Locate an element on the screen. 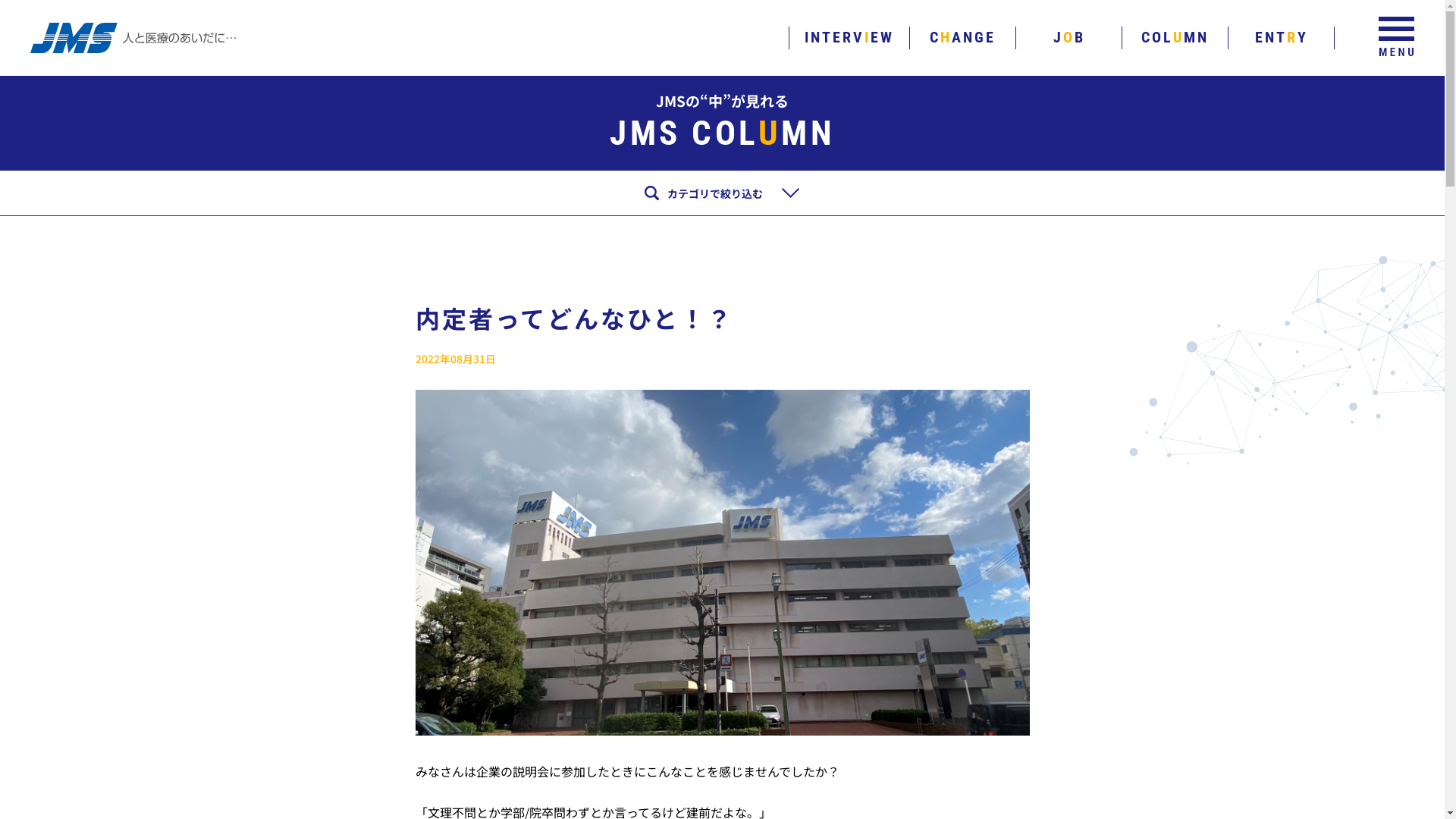 This screenshot has height=819, width=1456. 'COLUMN' is located at coordinates (1141, 36).